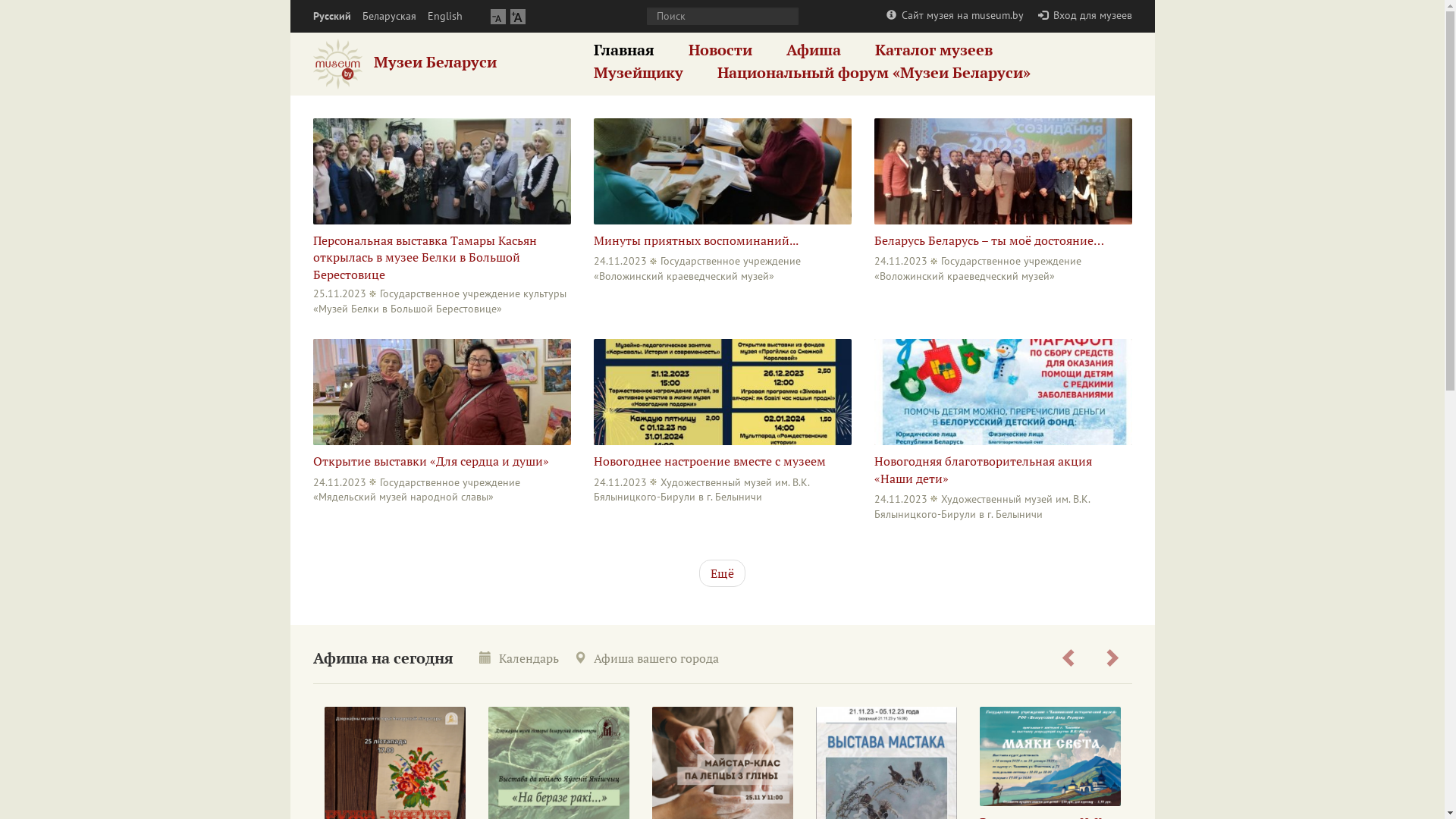  I want to click on 'A', so click(516, 16).